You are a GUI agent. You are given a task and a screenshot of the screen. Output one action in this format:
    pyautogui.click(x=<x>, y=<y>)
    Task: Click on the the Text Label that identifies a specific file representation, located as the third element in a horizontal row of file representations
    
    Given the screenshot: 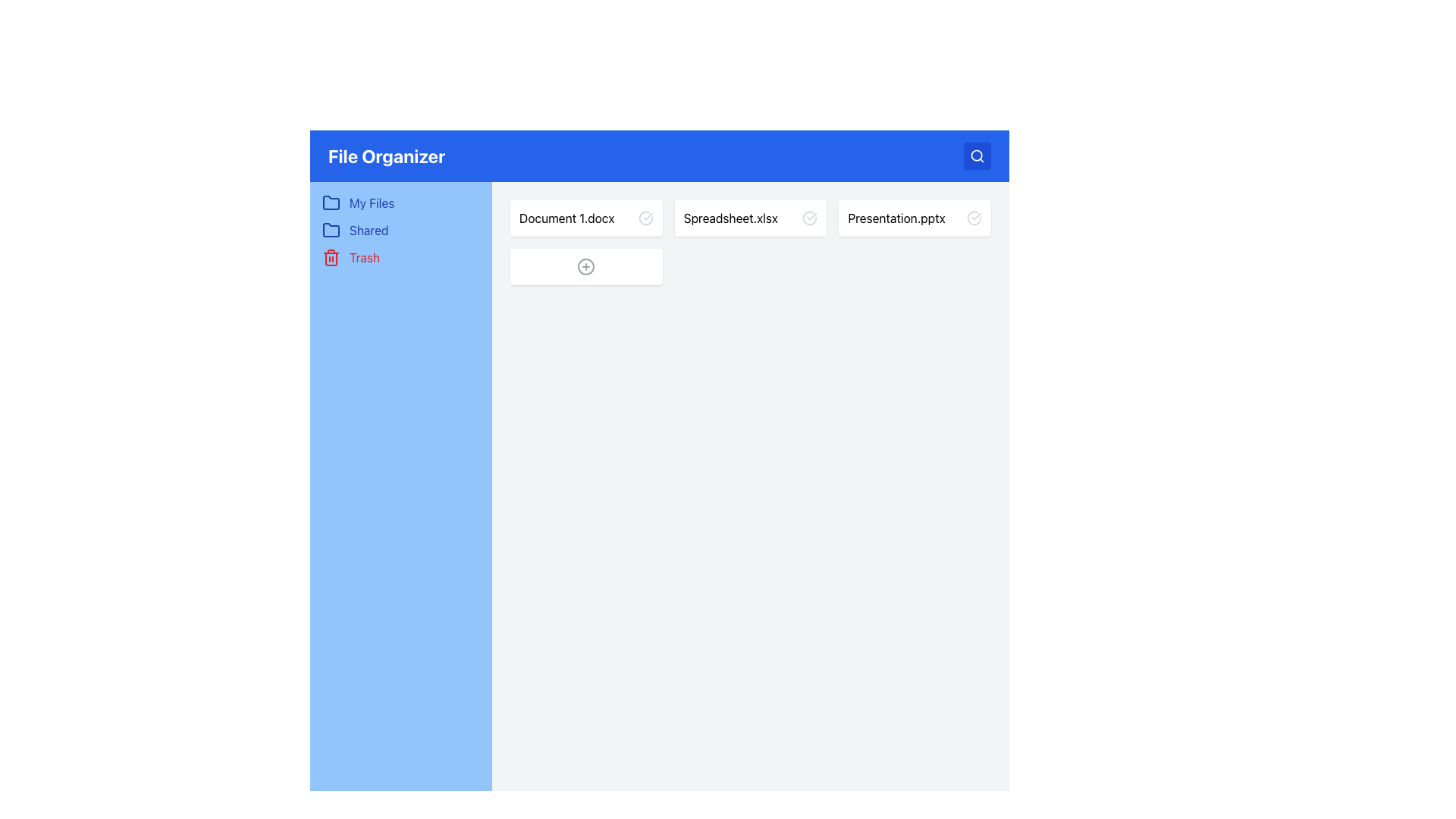 What is the action you would take?
    pyautogui.click(x=896, y=218)
    